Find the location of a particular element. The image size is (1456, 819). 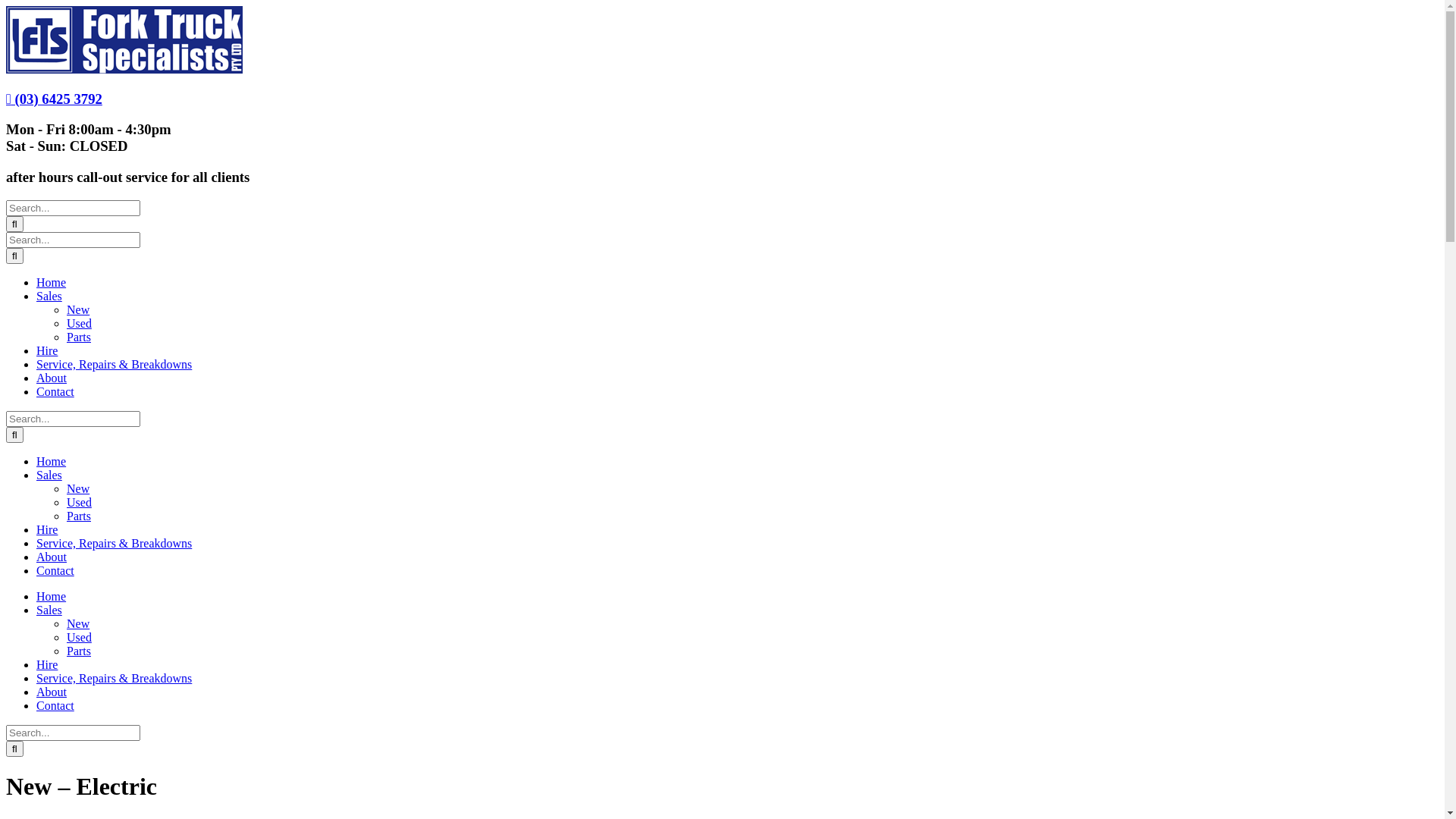

'About' is located at coordinates (51, 692).